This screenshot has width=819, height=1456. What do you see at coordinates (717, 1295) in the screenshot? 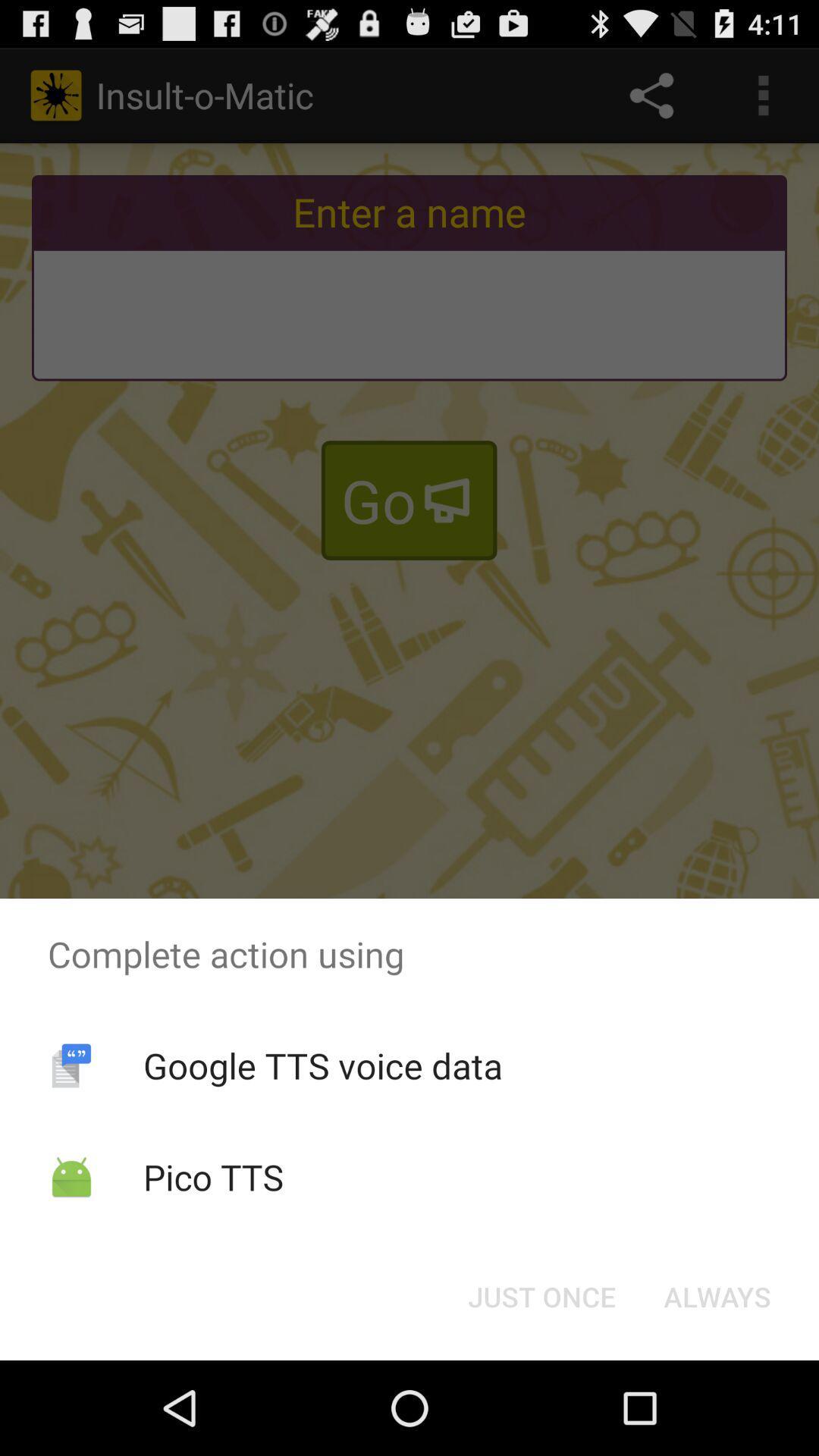
I see `icon next to the just once item` at bounding box center [717, 1295].